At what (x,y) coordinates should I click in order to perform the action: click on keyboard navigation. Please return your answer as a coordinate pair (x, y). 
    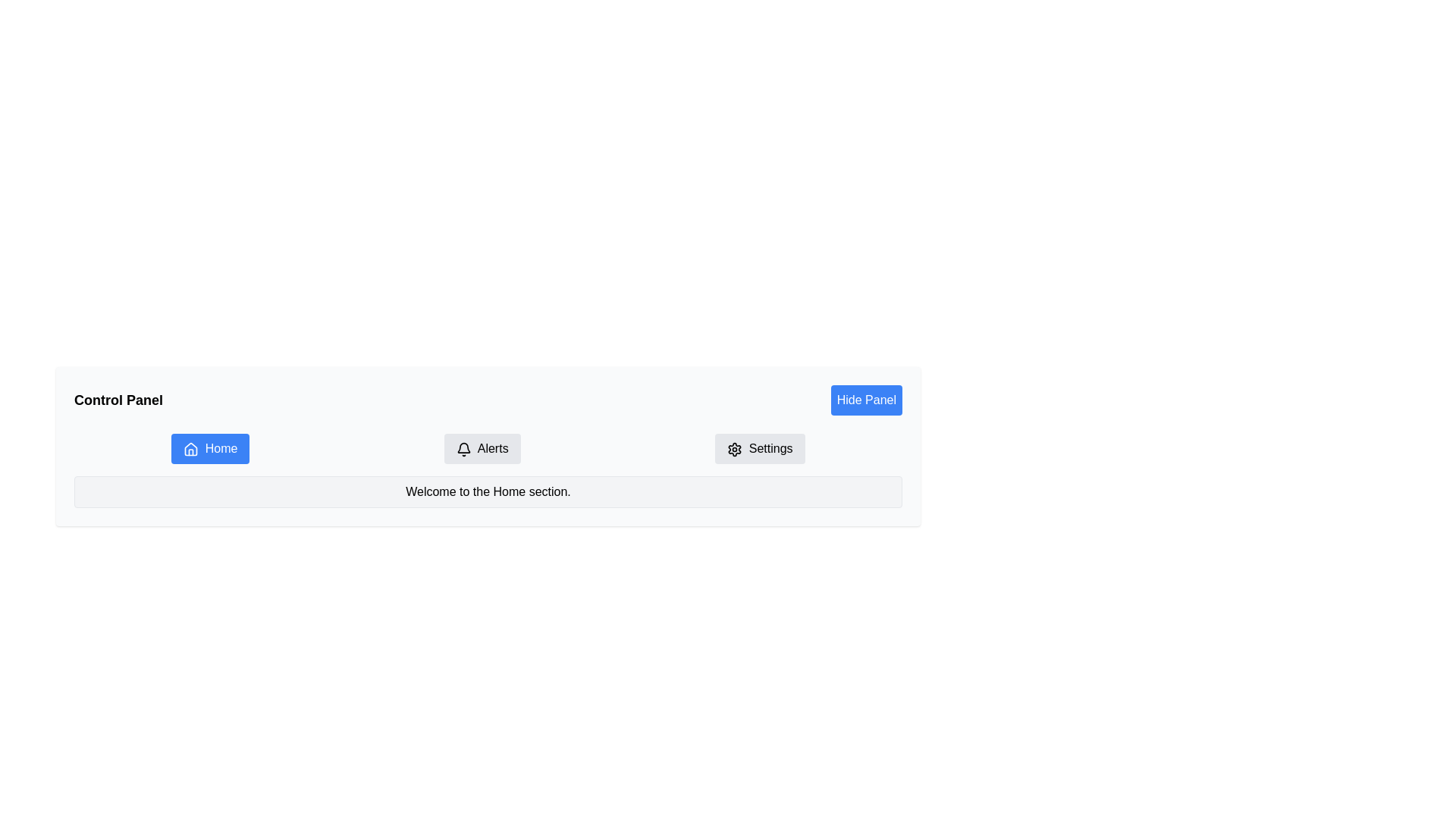
    Looking at the image, I should click on (735, 448).